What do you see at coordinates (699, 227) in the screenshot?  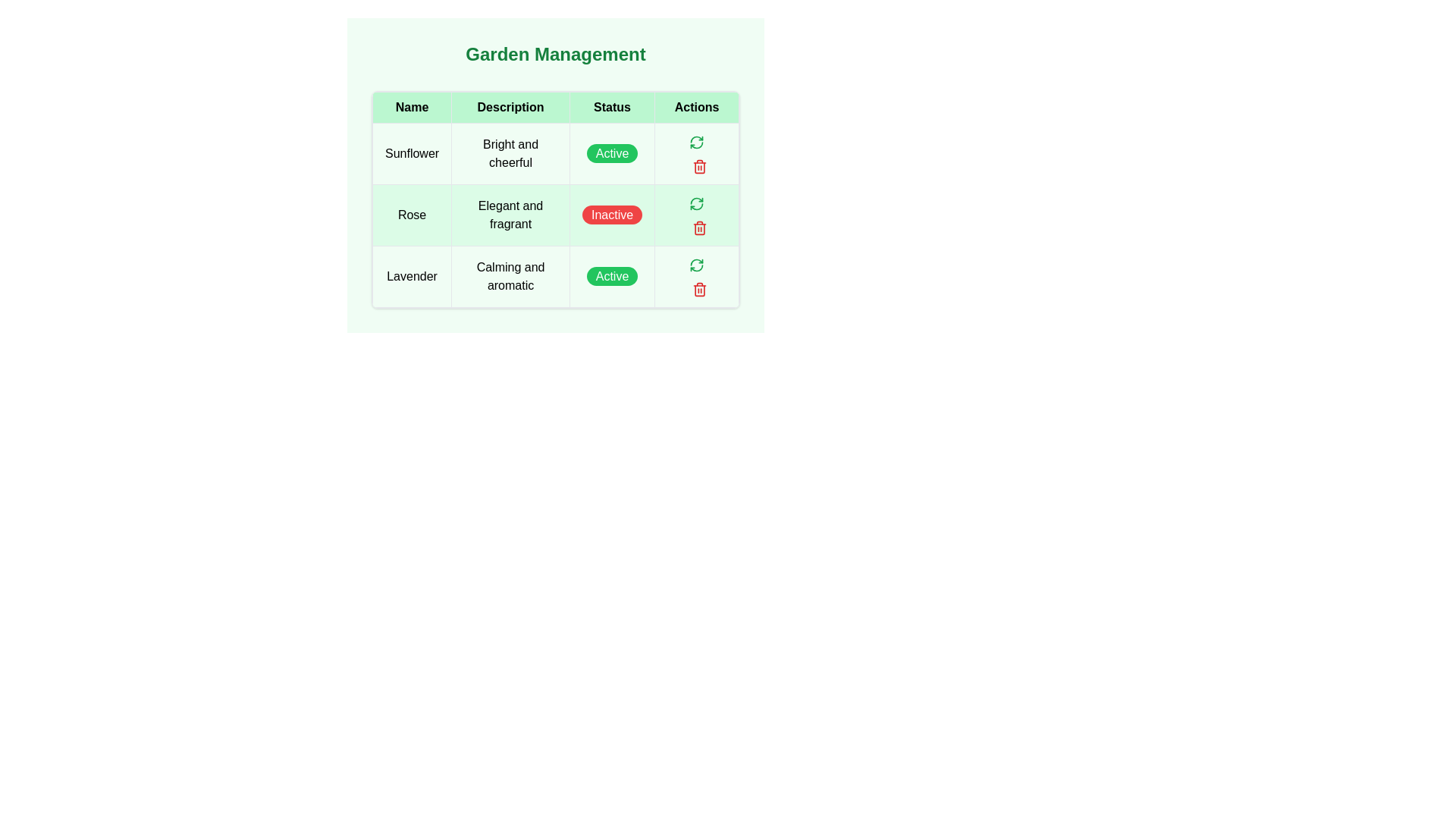 I see `the trash bin button in the 'Actions' column of the 'Rose' item row` at bounding box center [699, 227].